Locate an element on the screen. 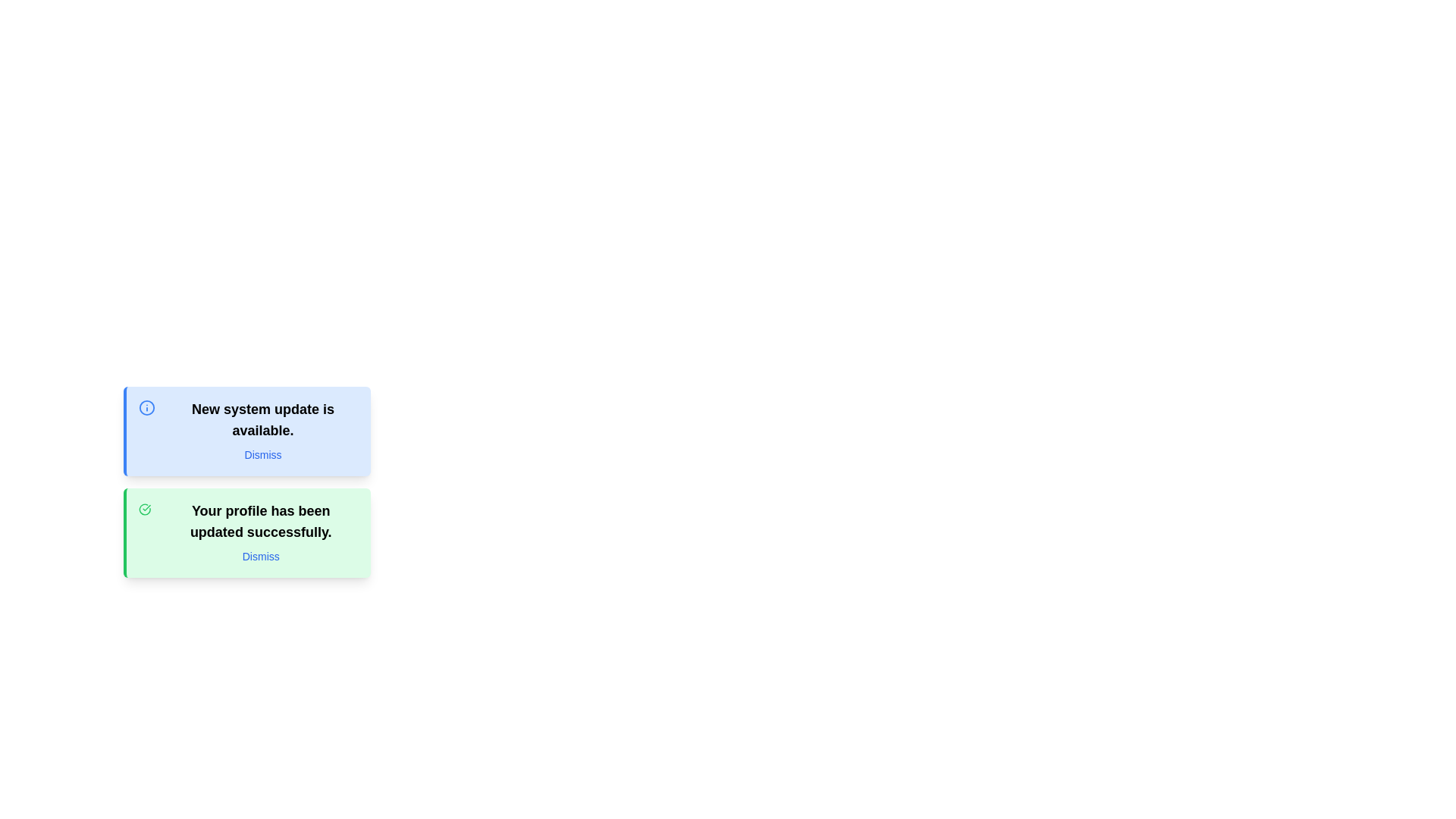 This screenshot has width=1456, height=819. the circular segment icon within the blue notification card indicating 'New system update is available.' is located at coordinates (147, 406).